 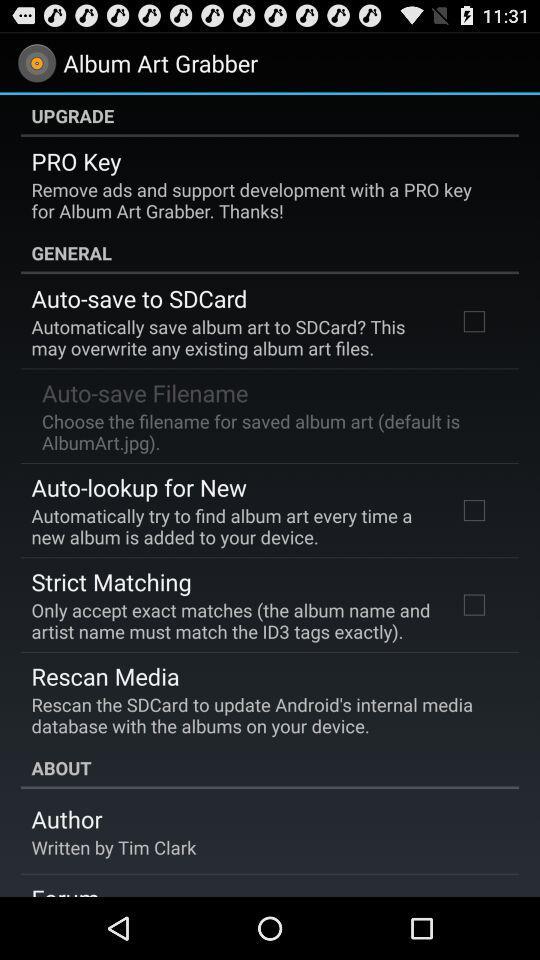 What do you see at coordinates (270, 115) in the screenshot?
I see `the upgrade item` at bounding box center [270, 115].